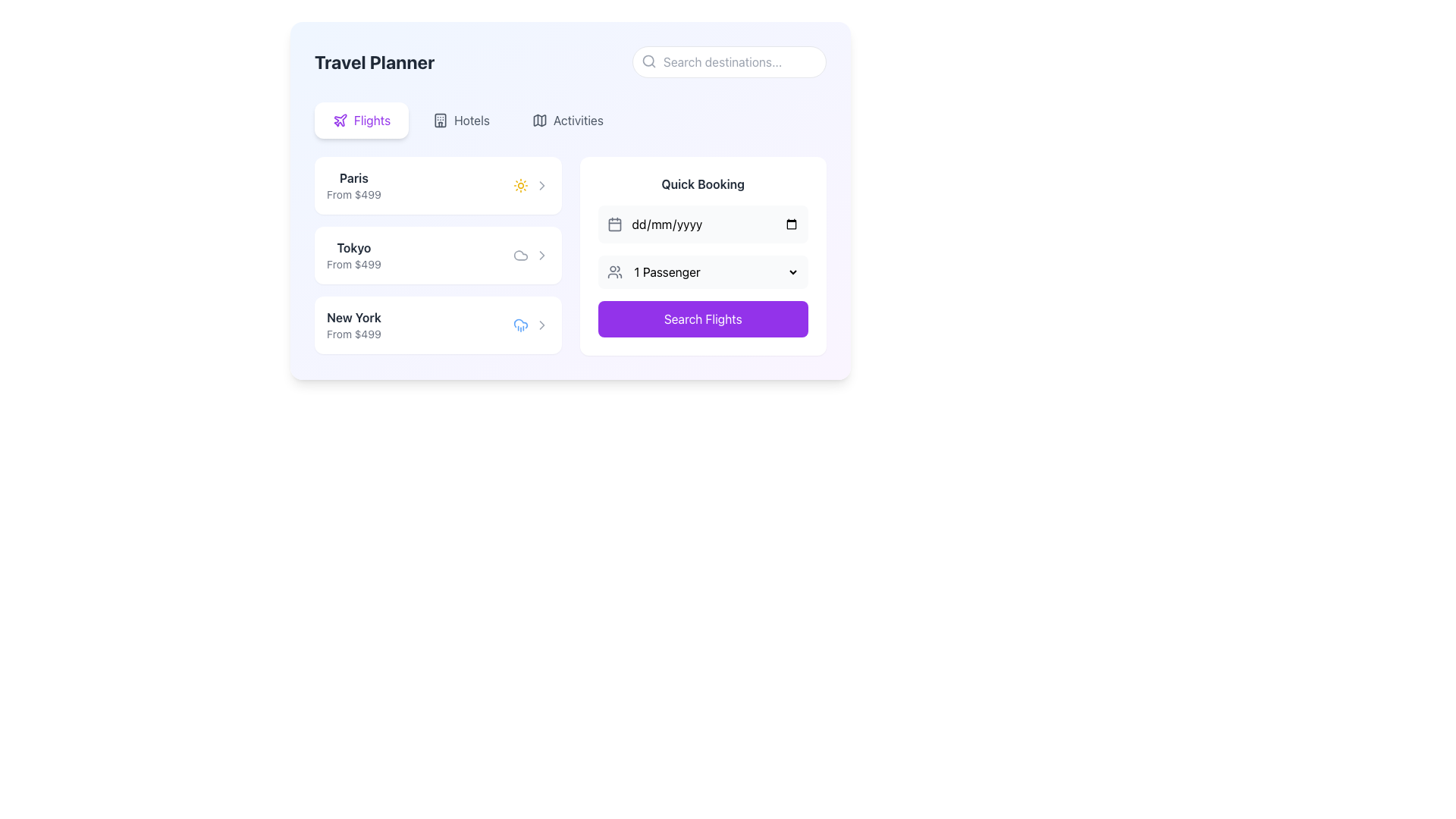 This screenshot has width=1456, height=819. What do you see at coordinates (520, 185) in the screenshot?
I see `the vibrant yellow sun-shaped icon located to the right of the 'Paris' label in the left pane` at bounding box center [520, 185].